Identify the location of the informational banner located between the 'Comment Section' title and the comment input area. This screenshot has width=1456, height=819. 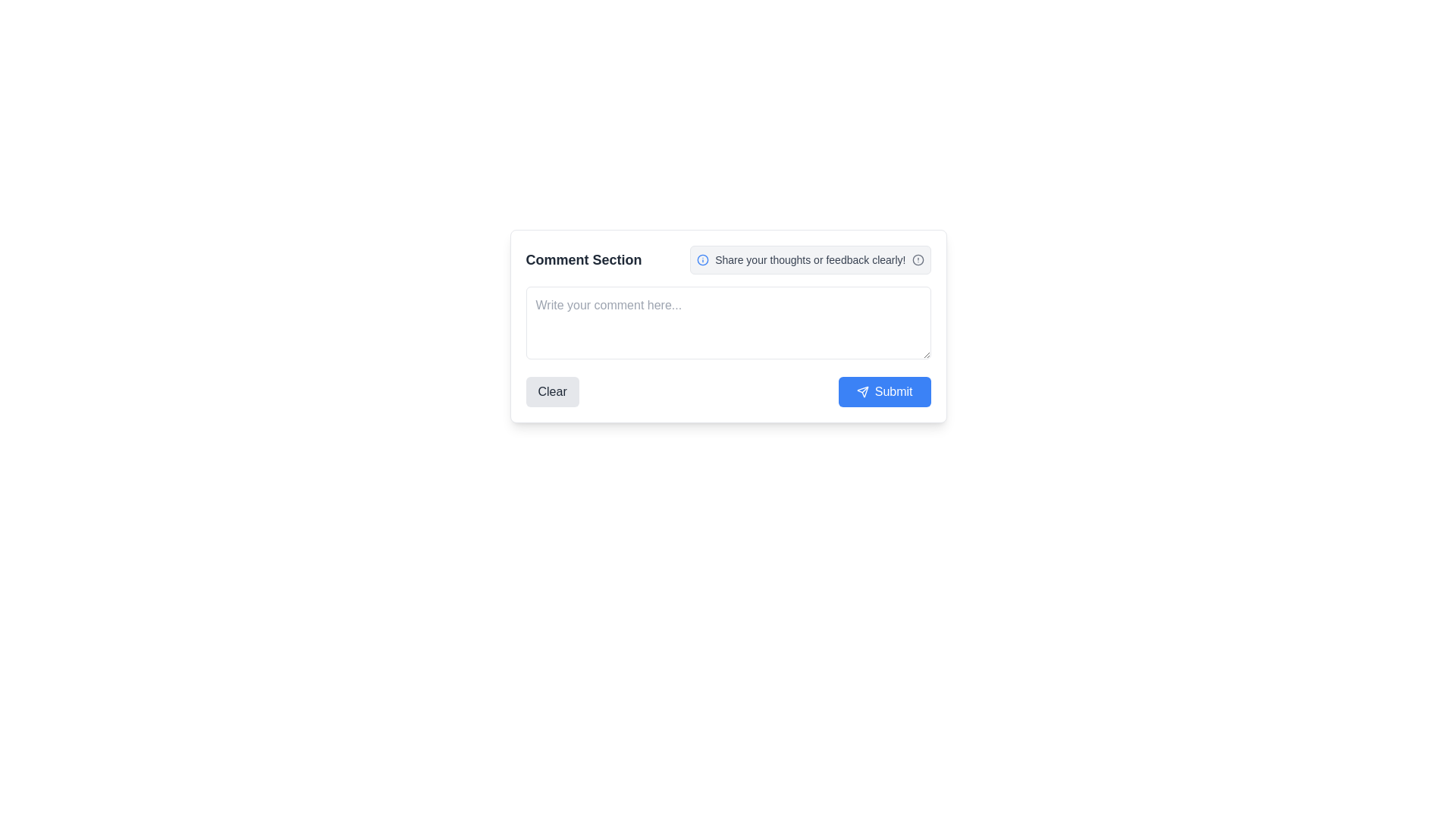
(809, 259).